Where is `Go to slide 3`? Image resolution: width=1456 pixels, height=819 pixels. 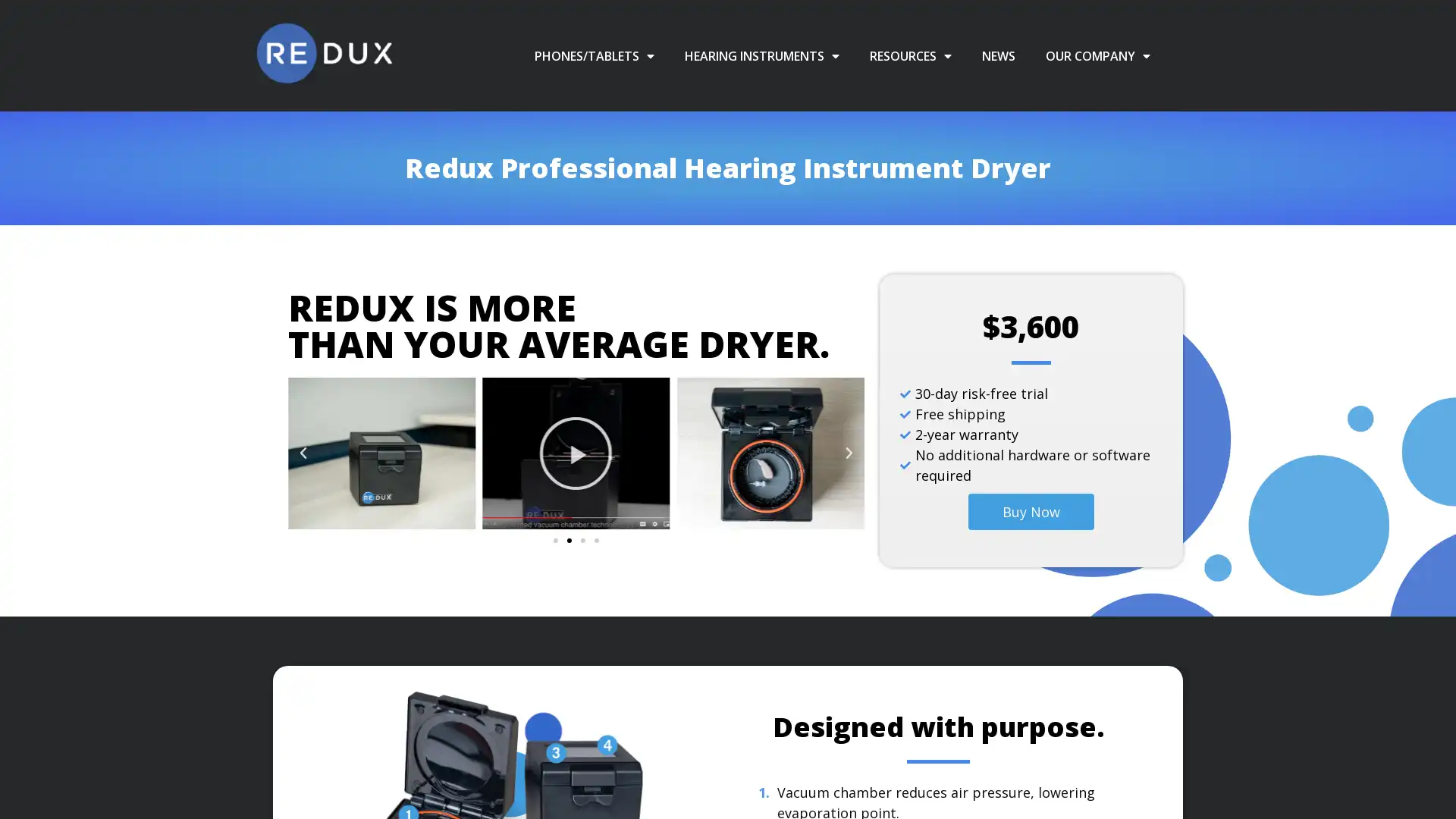
Go to slide 3 is located at coordinates (582, 540).